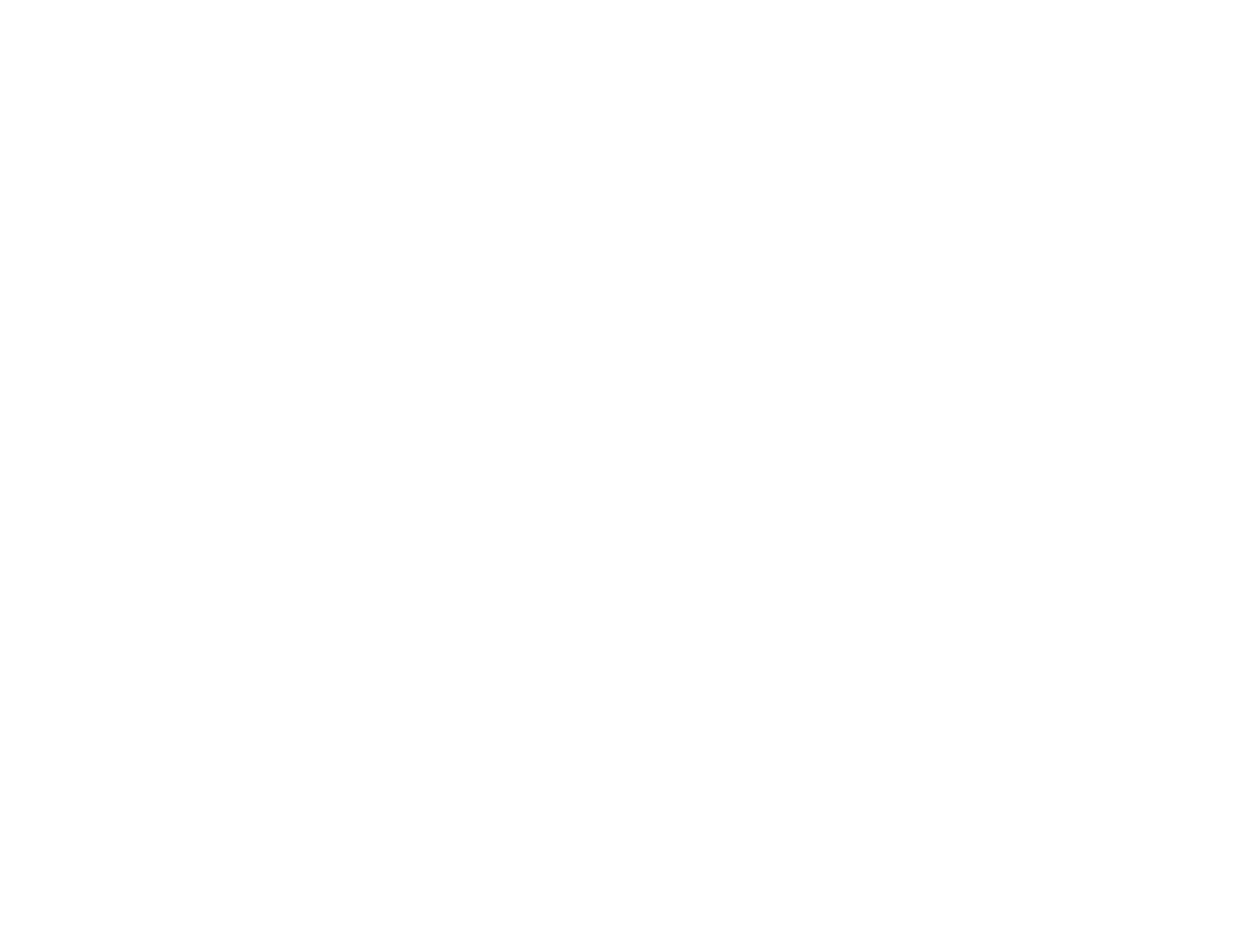 The height and width of the screenshot is (952, 1254). I want to click on 'First name', so click(202, 548).